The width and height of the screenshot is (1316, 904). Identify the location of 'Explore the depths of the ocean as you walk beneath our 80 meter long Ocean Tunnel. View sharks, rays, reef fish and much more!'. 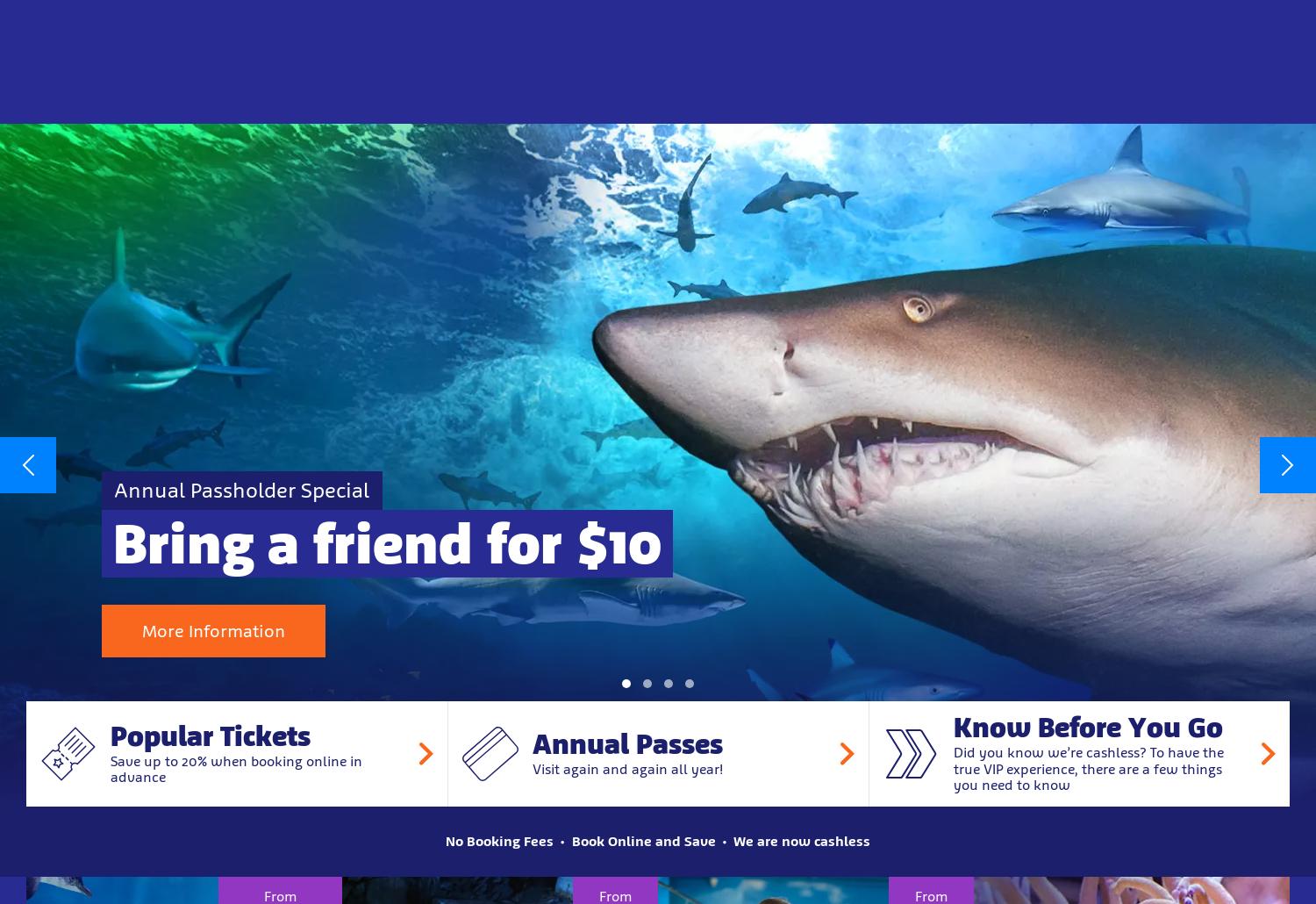
(497, 313).